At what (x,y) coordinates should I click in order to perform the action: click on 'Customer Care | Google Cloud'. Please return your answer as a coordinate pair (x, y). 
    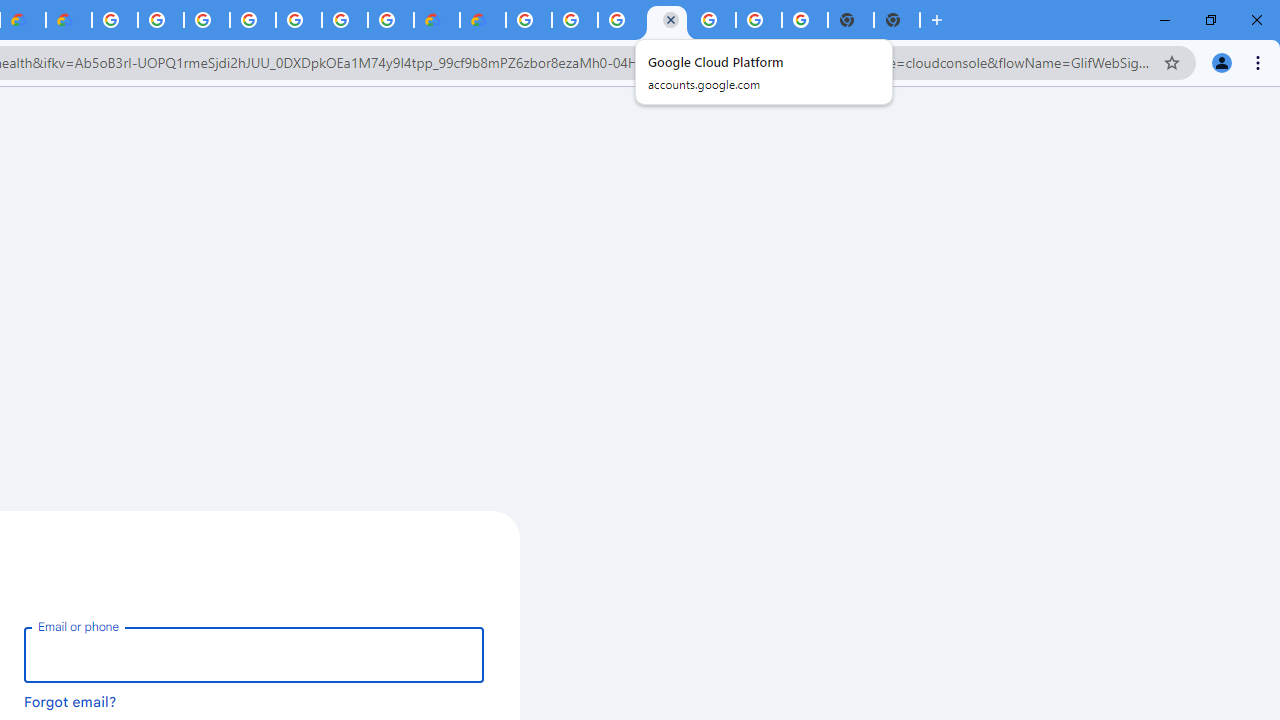
    Looking at the image, I should click on (435, 20).